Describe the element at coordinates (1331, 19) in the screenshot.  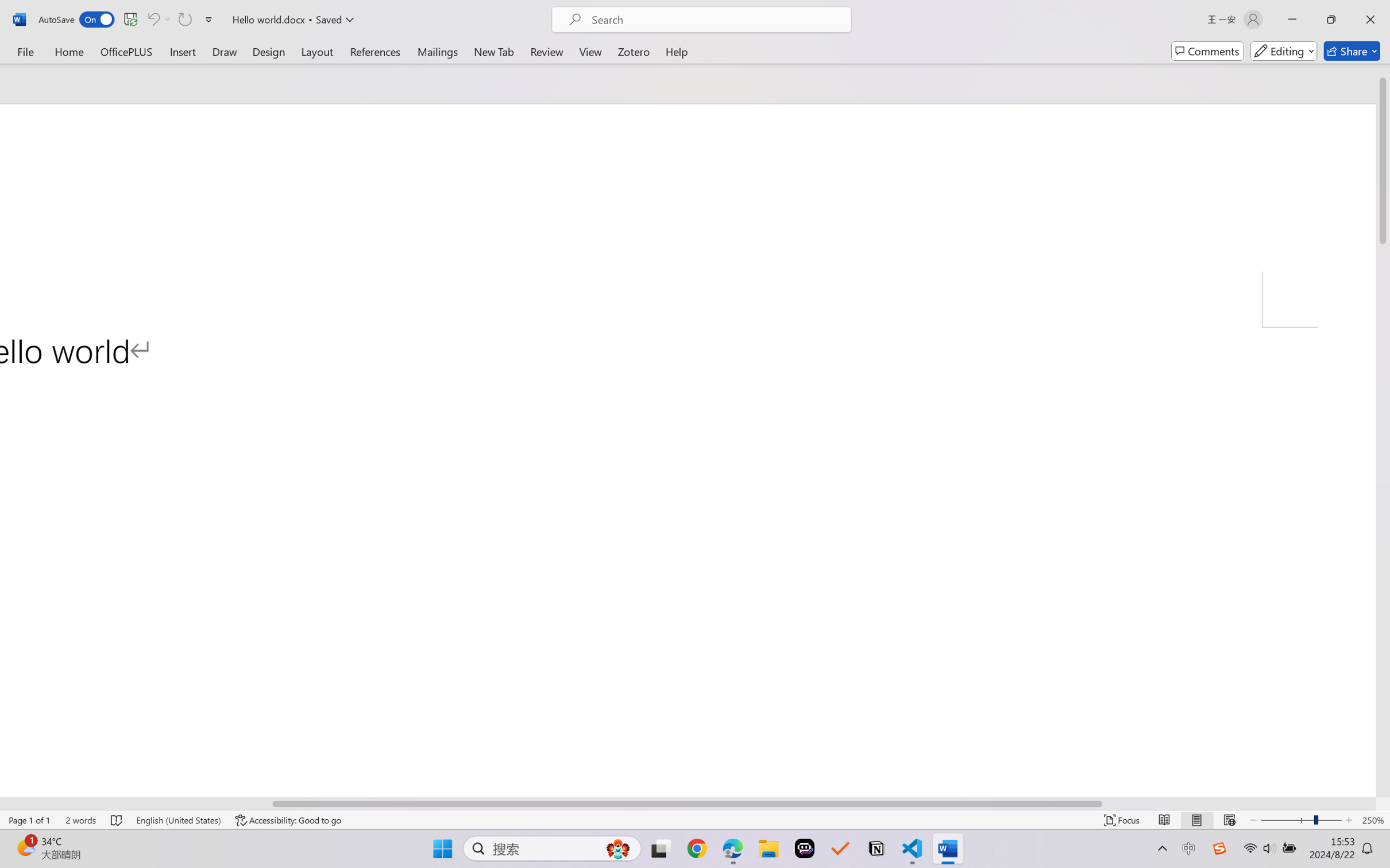
I see `'Restore Down'` at that location.